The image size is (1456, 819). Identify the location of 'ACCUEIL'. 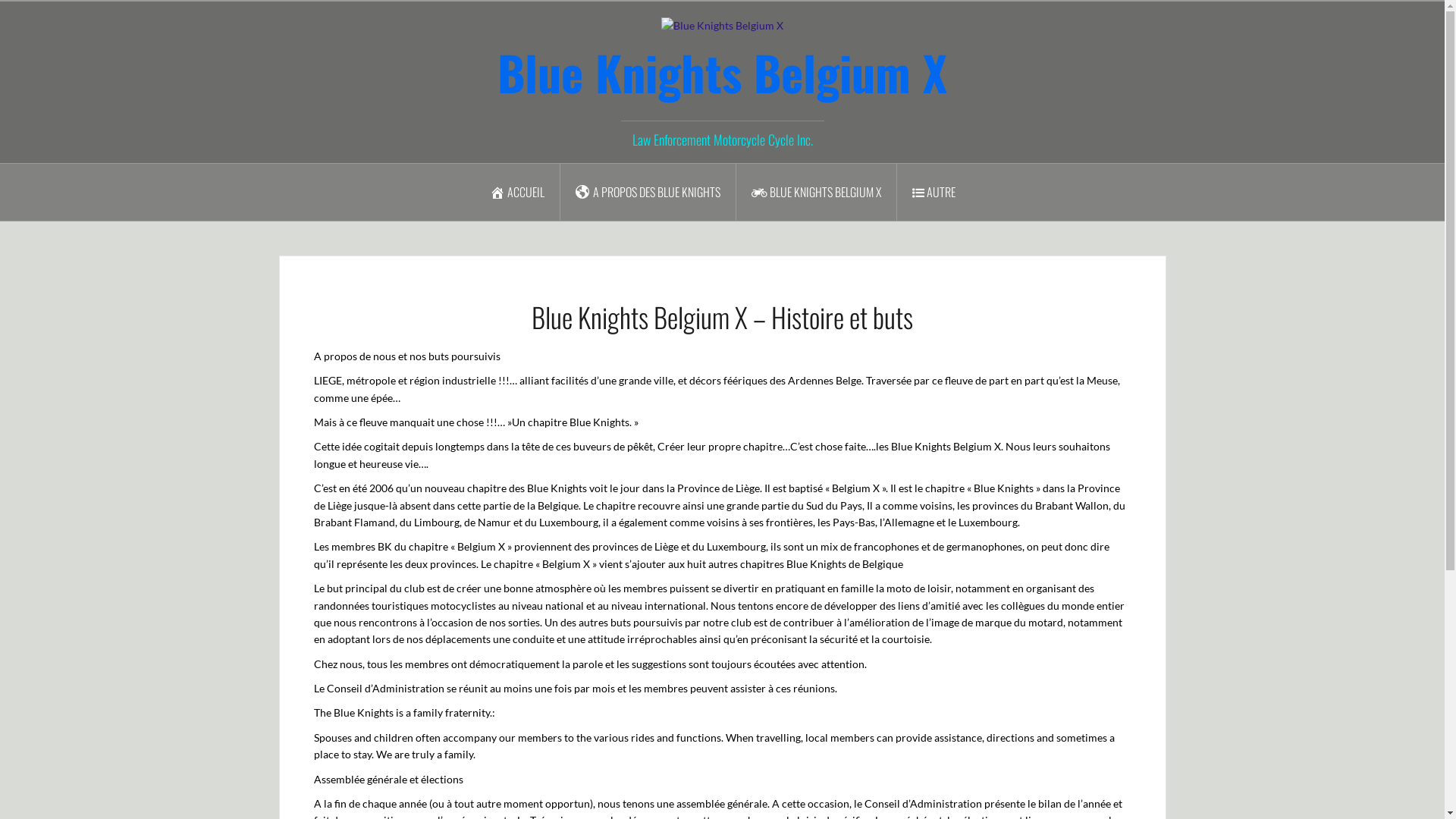
(517, 192).